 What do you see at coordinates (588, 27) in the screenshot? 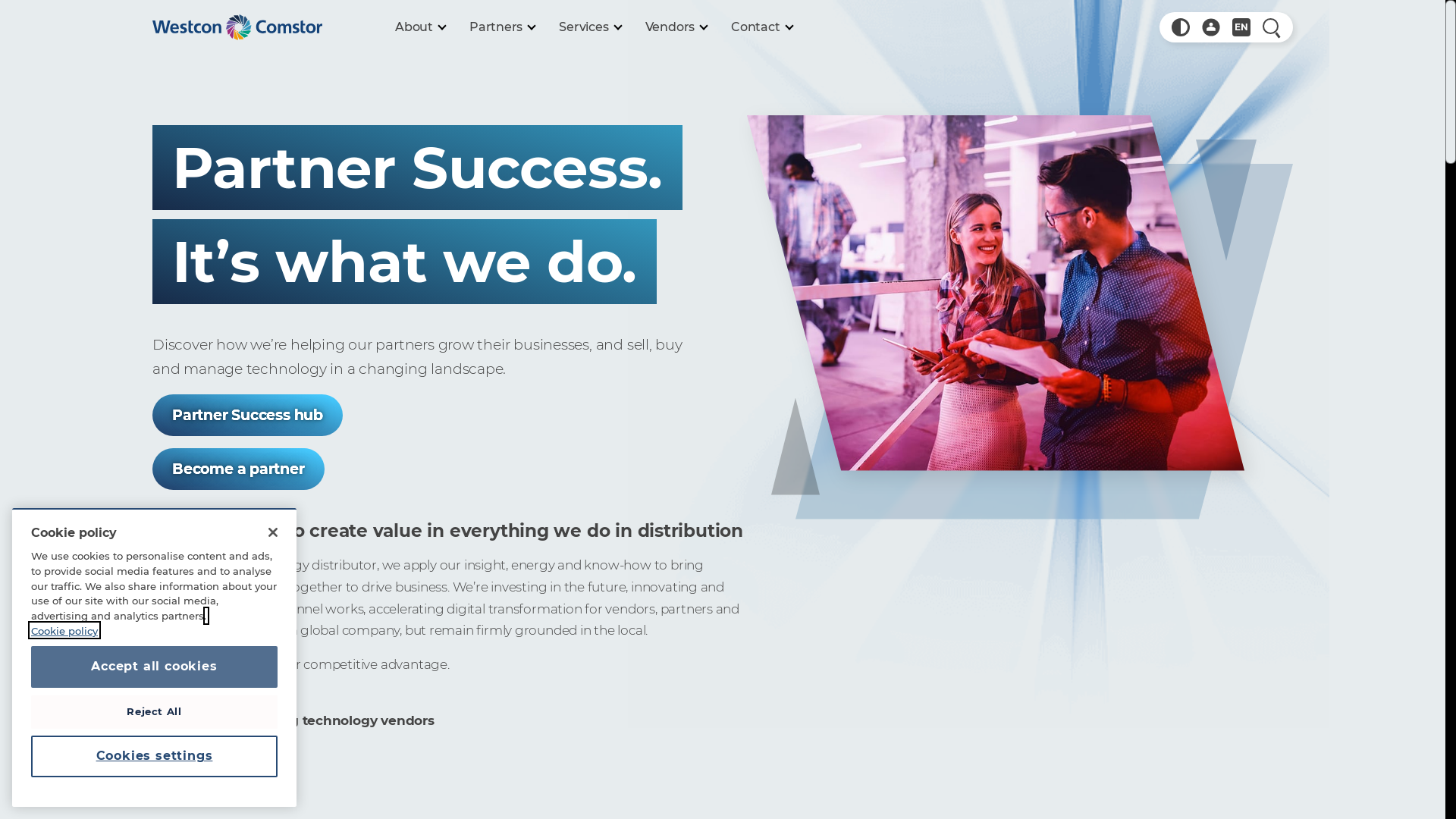
I see `'Services'` at bounding box center [588, 27].